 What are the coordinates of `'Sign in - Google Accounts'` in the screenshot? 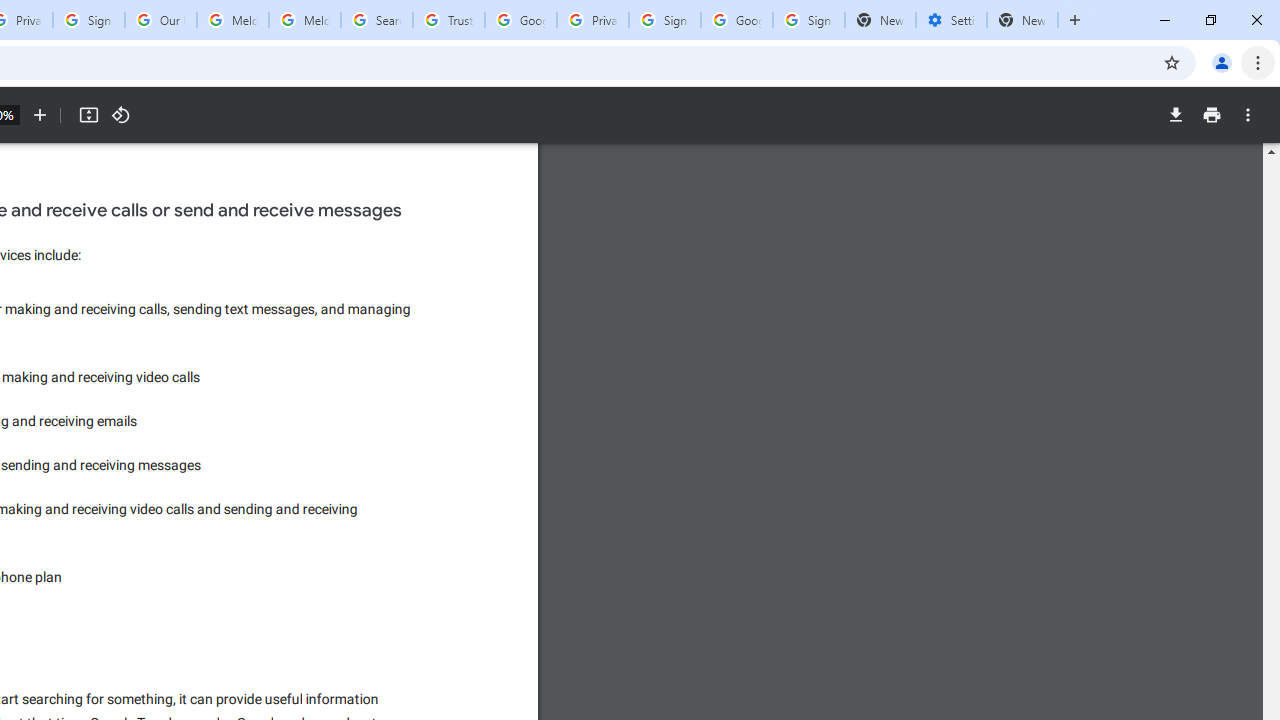 It's located at (664, 20).